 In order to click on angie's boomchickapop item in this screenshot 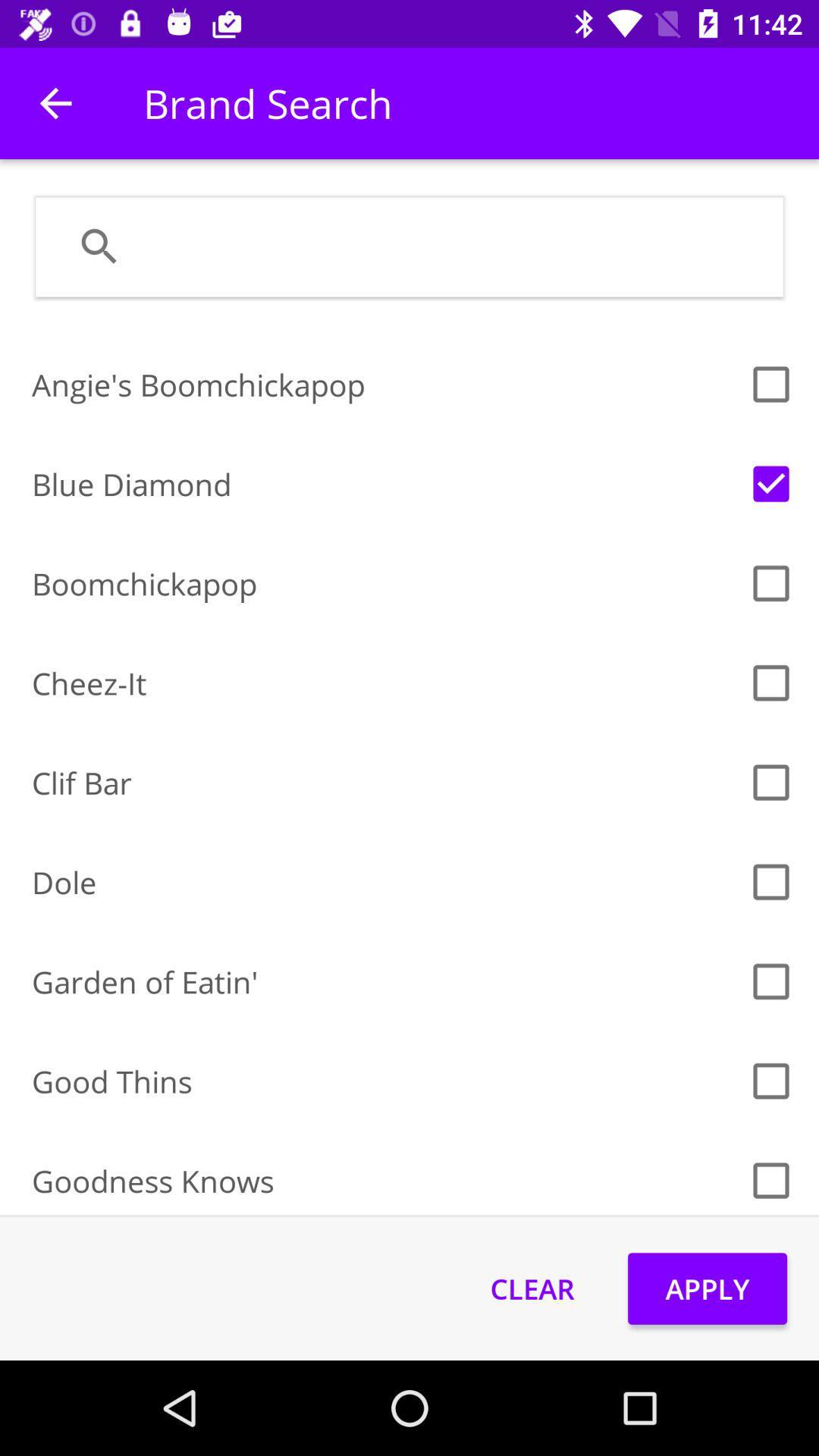, I will do `click(384, 384)`.